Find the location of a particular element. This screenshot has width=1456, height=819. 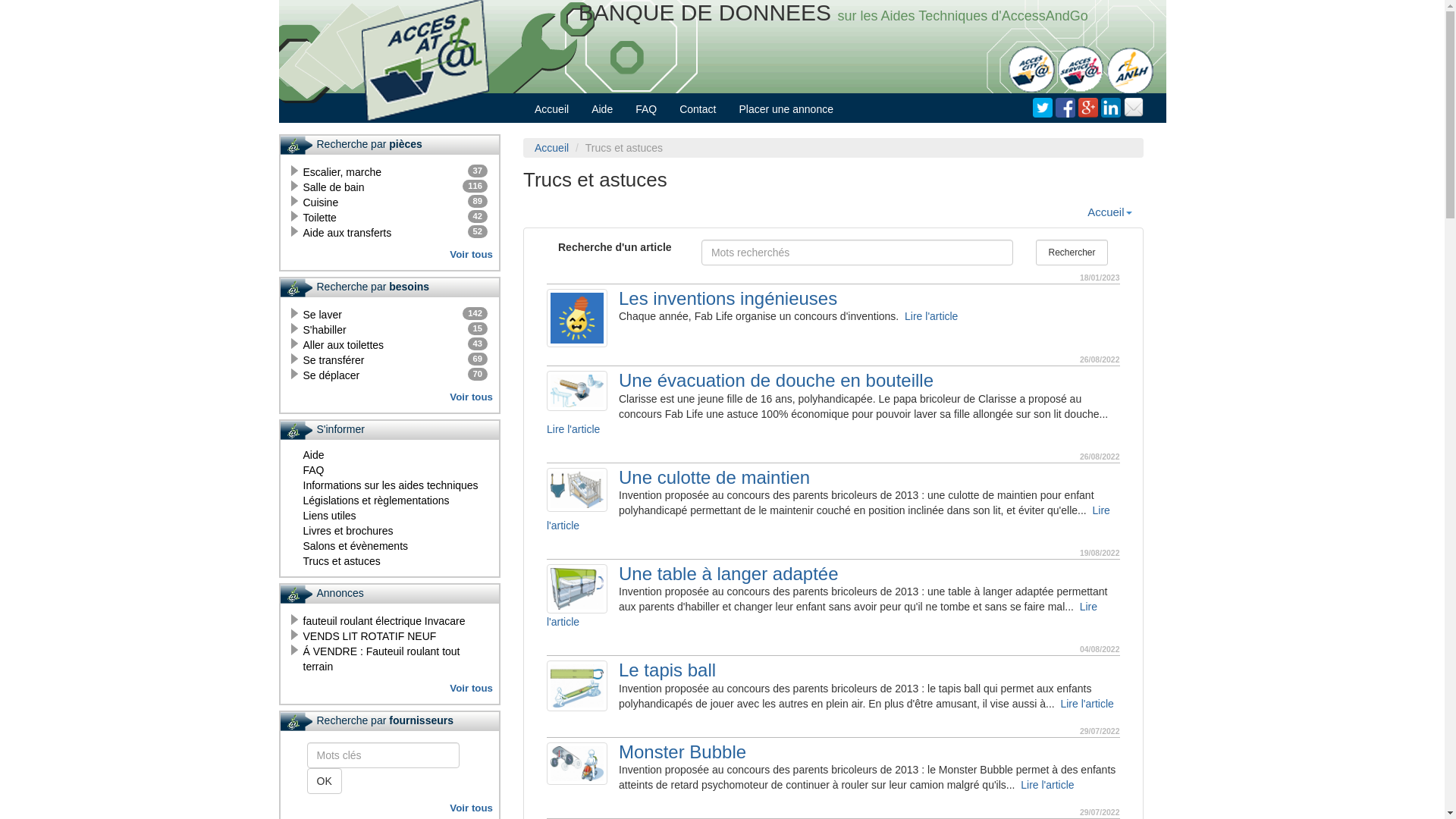

'142 is located at coordinates (322, 314).